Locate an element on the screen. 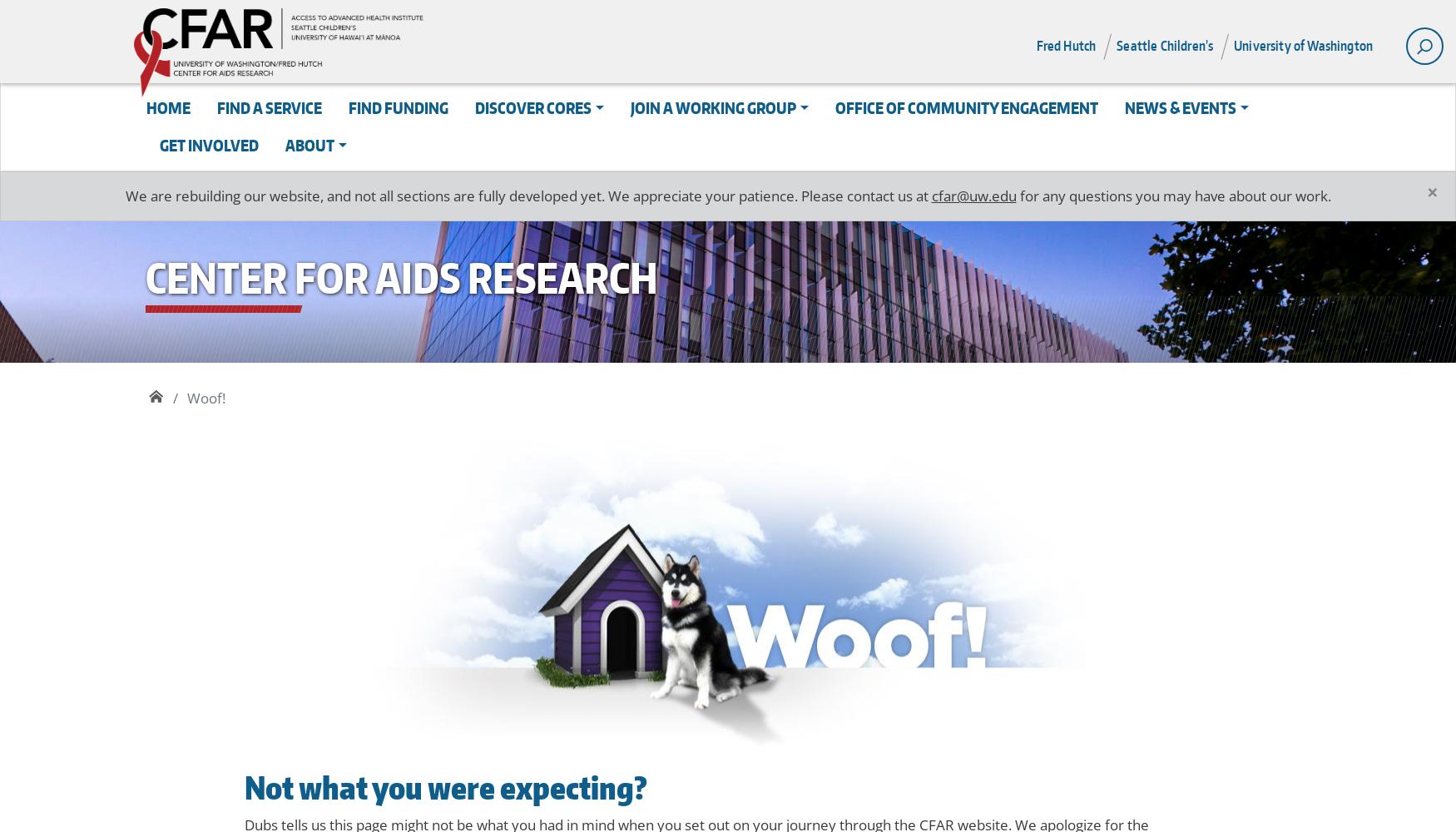 This screenshot has width=1456, height=832. 'About' is located at coordinates (310, 144).